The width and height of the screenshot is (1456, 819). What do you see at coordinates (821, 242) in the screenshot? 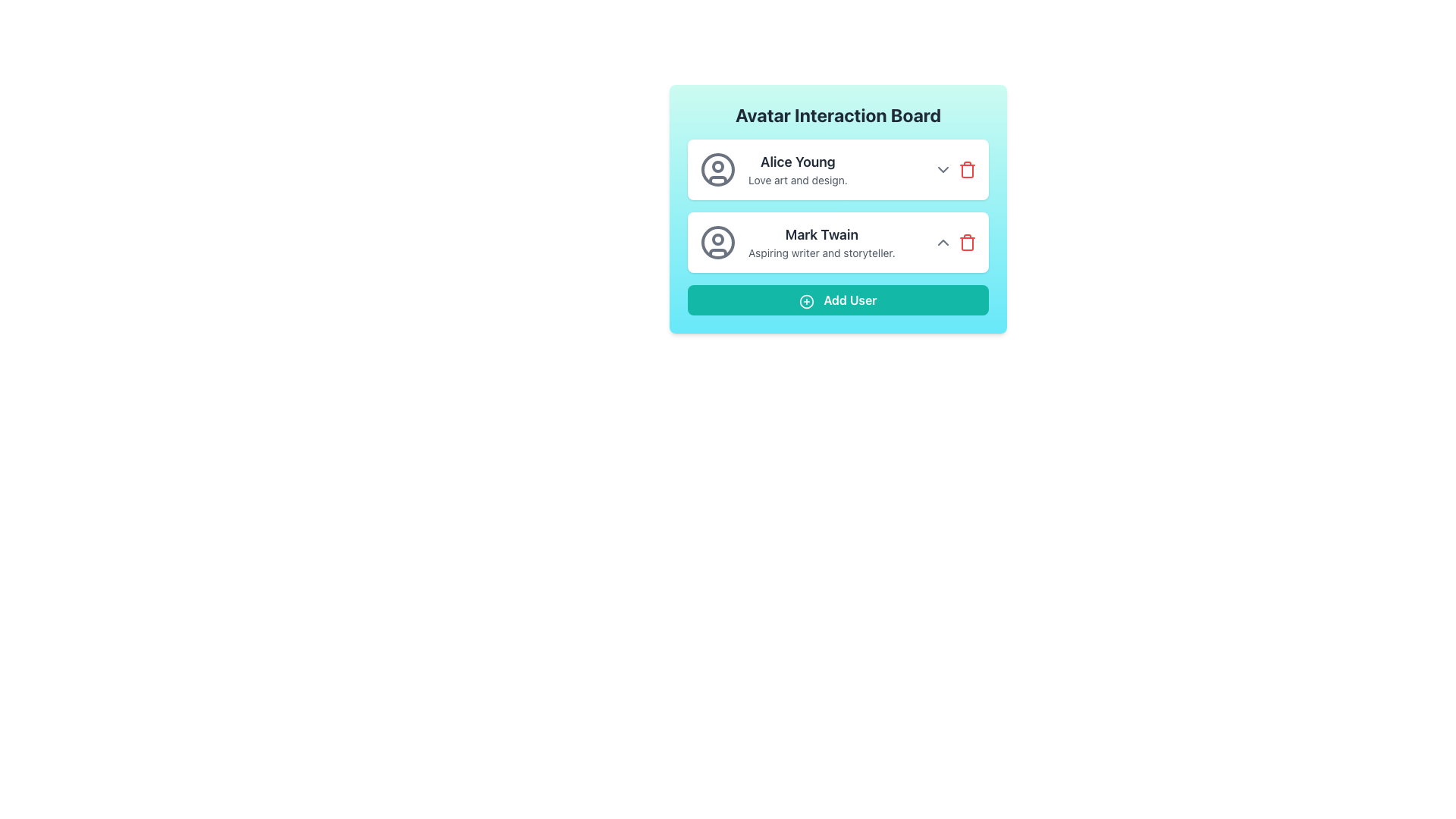
I see `the text display component that shows 'Mark Twain' and 'Aspiring writer and storyteller' within a white rectangular card` at bounding box center [821, 242].